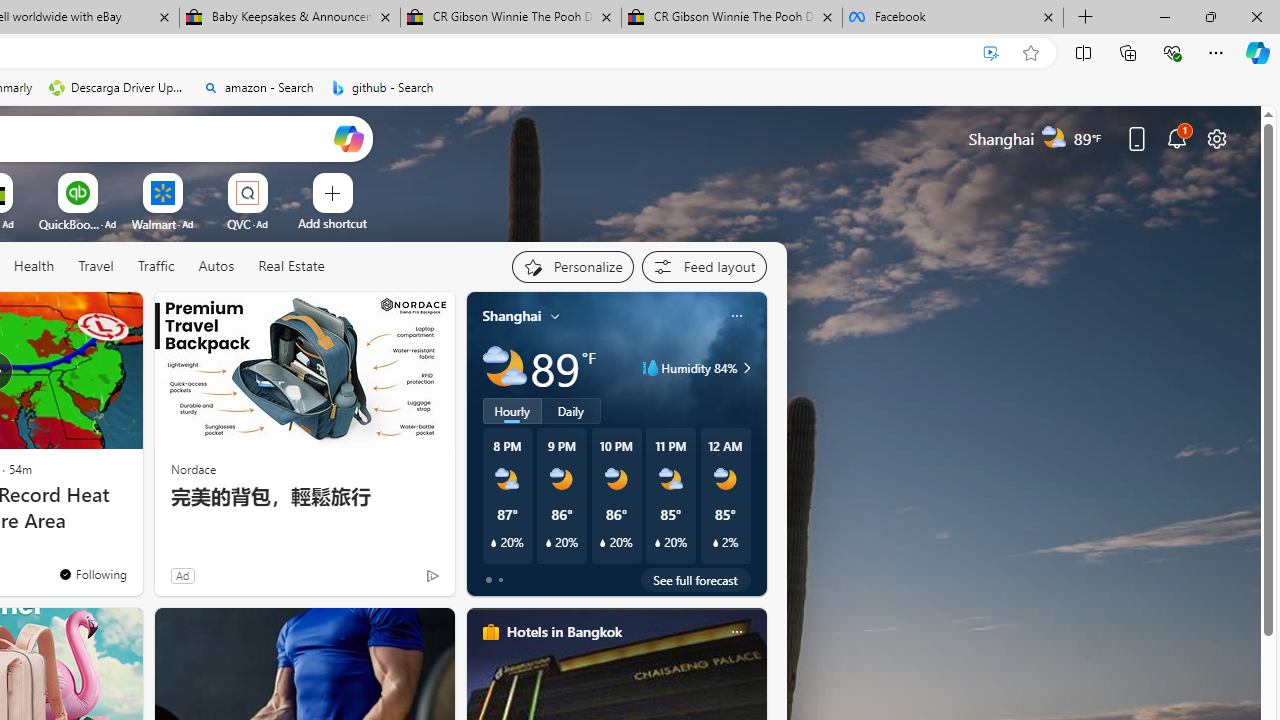 The image size is (1280, 720). What do you see at coordinates (290, 266) in the screenshot?
I see `'Real Estate'` at bounding box center [290, 266].